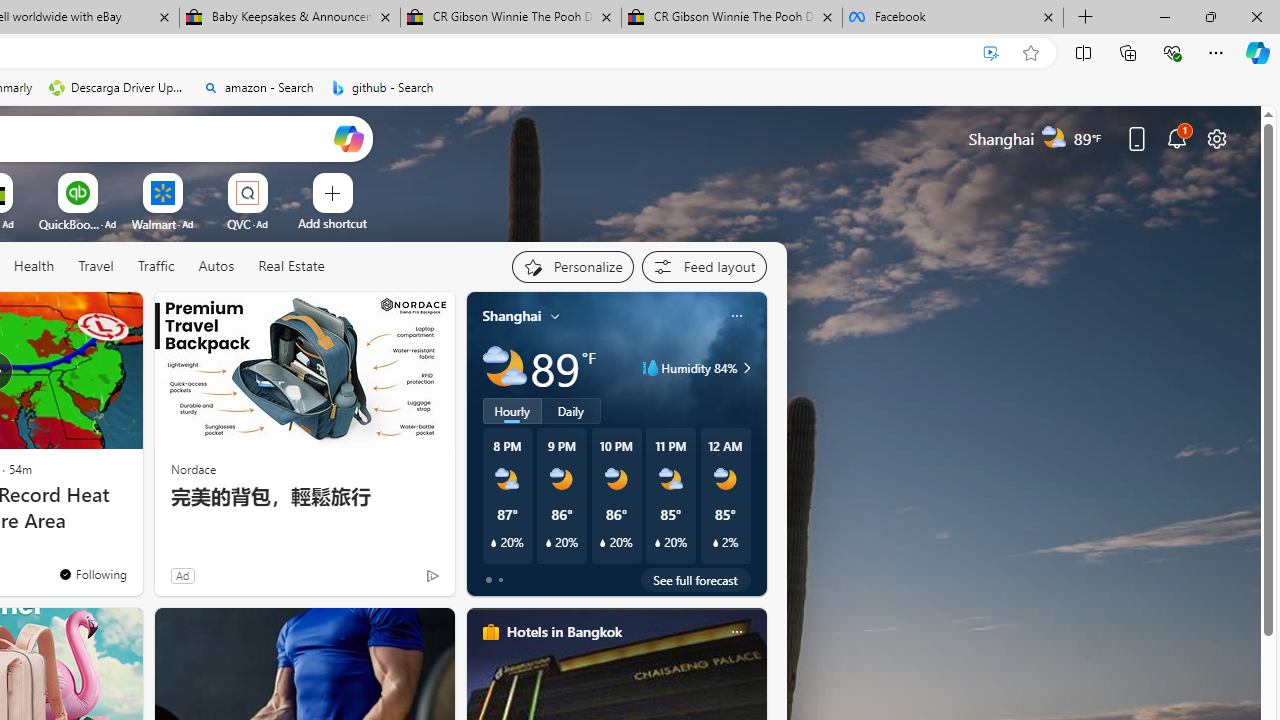 The image size is (1280, 720). What do you see at coordinates (290, 266) in the screenshot?
I see `'Real Estate'` at bounding box center [290, 266].